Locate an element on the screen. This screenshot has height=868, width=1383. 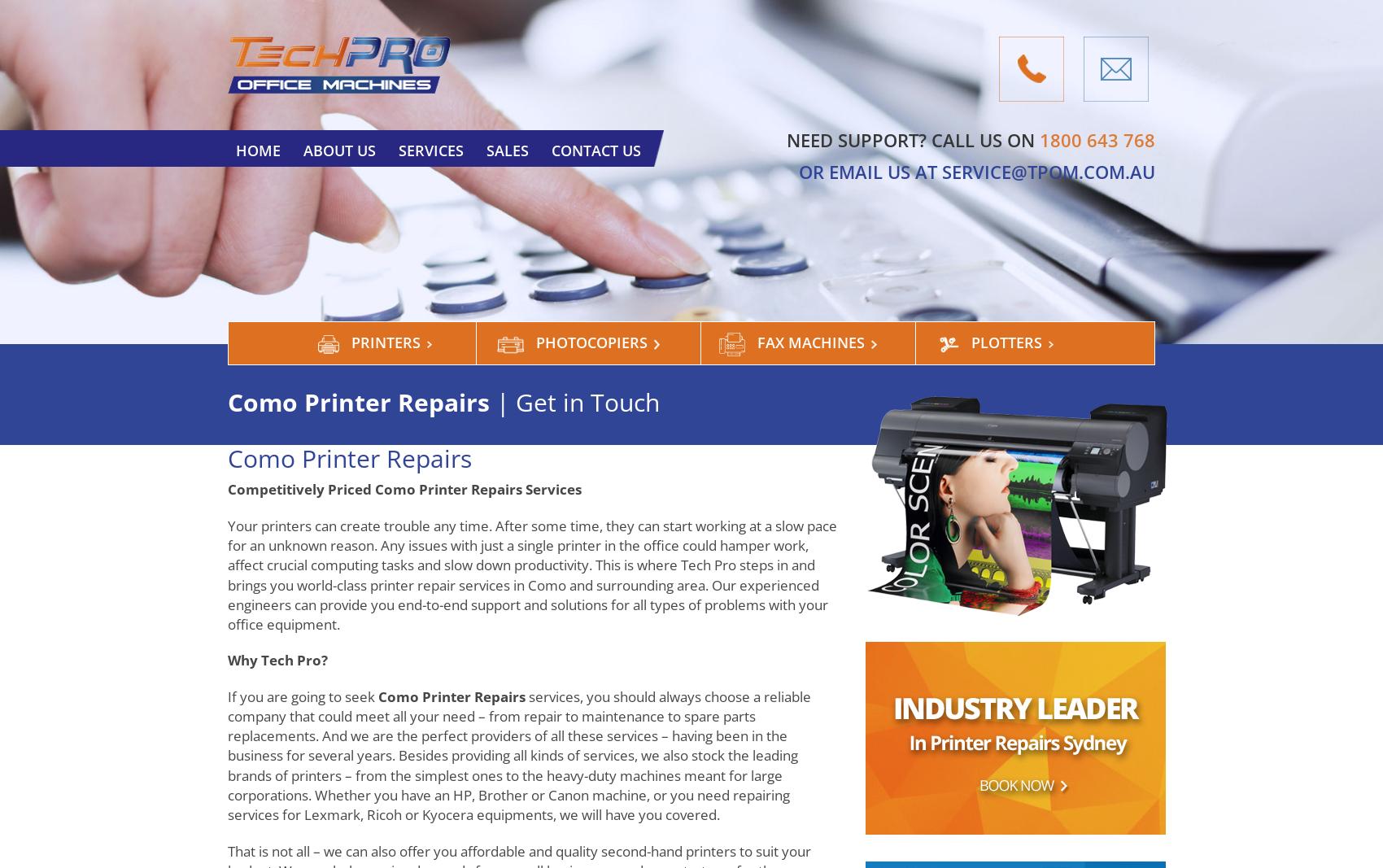
'| Get in Touch' is located at coordinates (495, 401).